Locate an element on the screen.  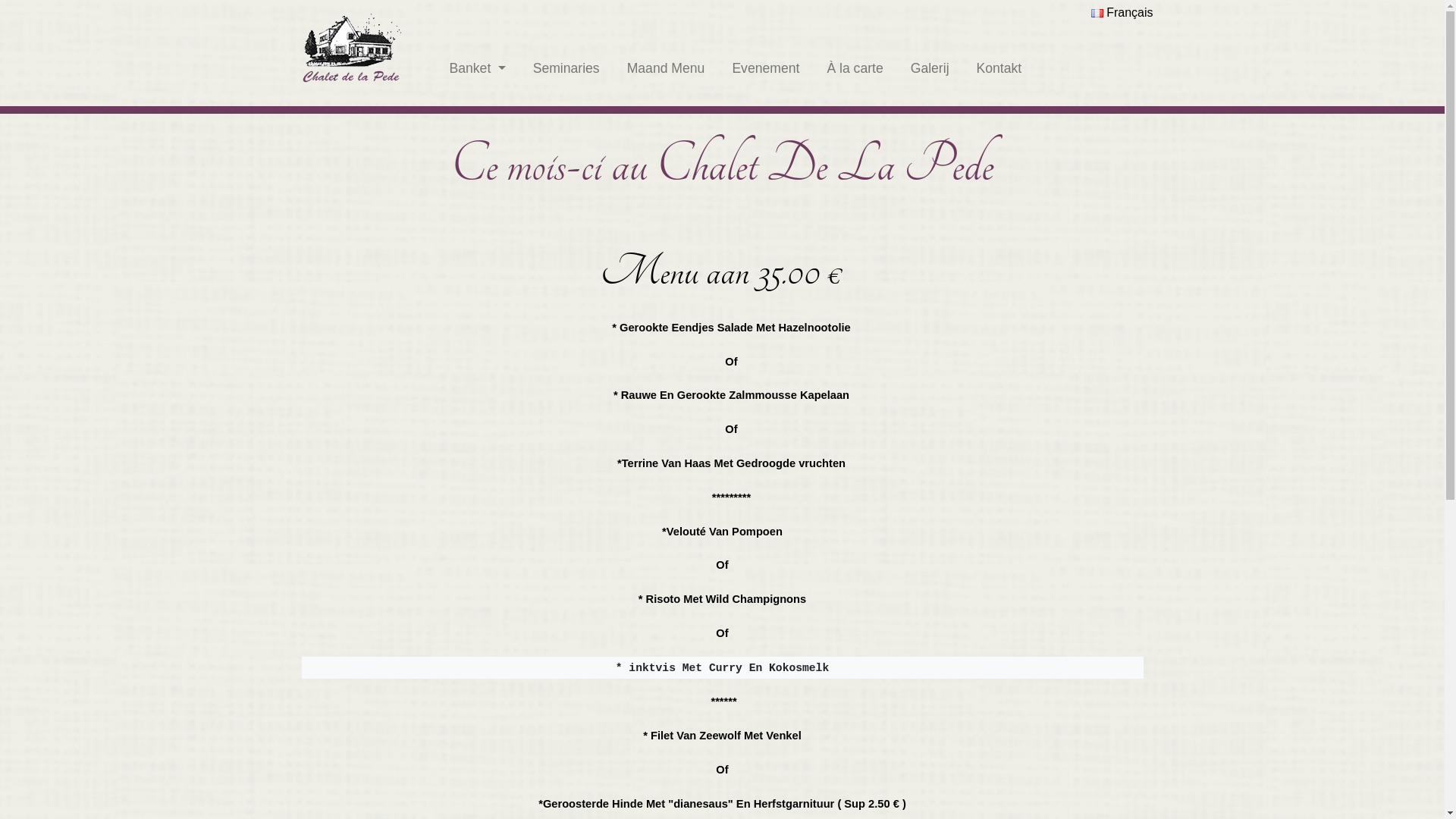
'Maand Menu' is located at coordinates (666, 67).